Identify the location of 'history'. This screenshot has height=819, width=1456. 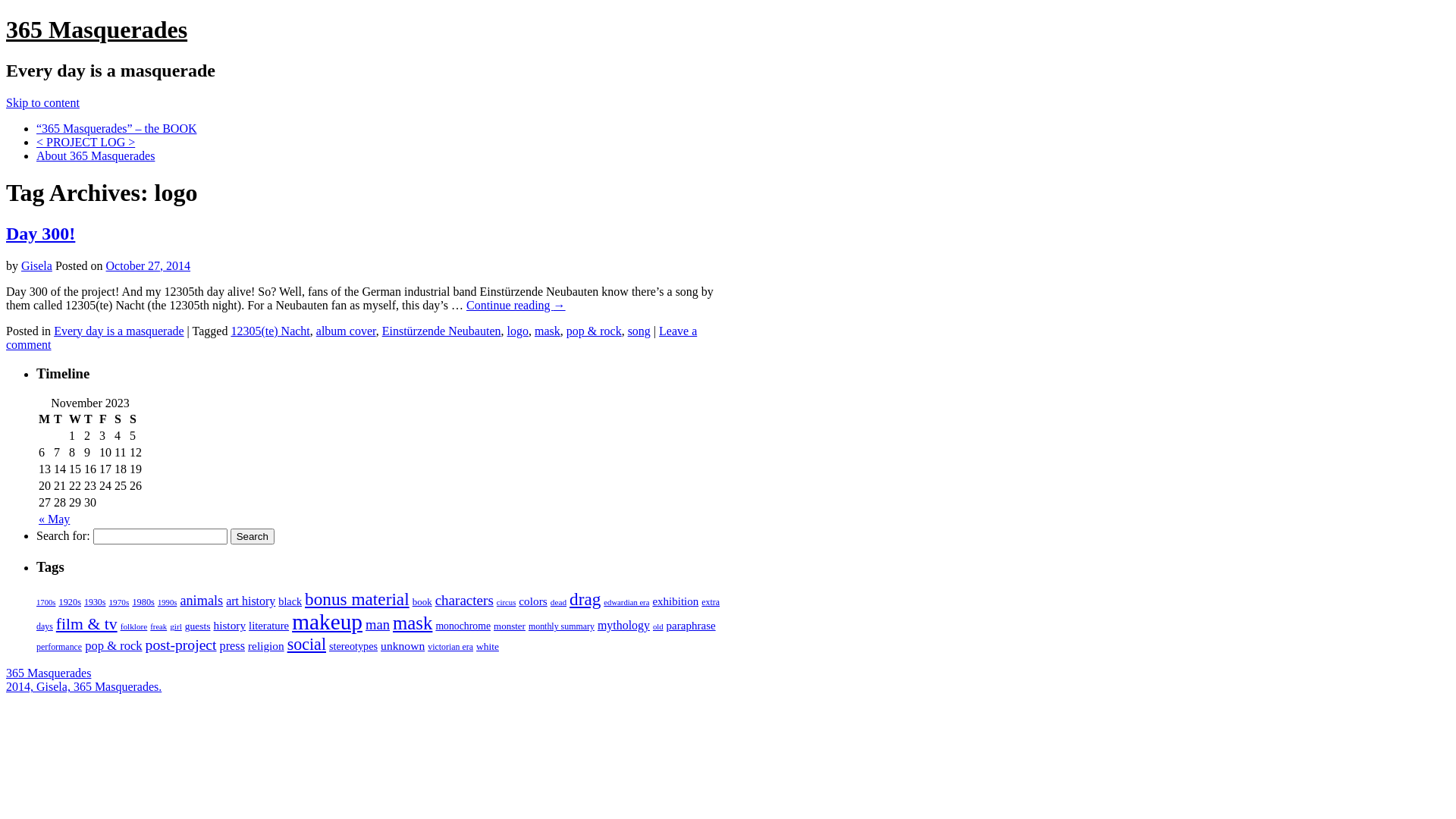
(228, 625).